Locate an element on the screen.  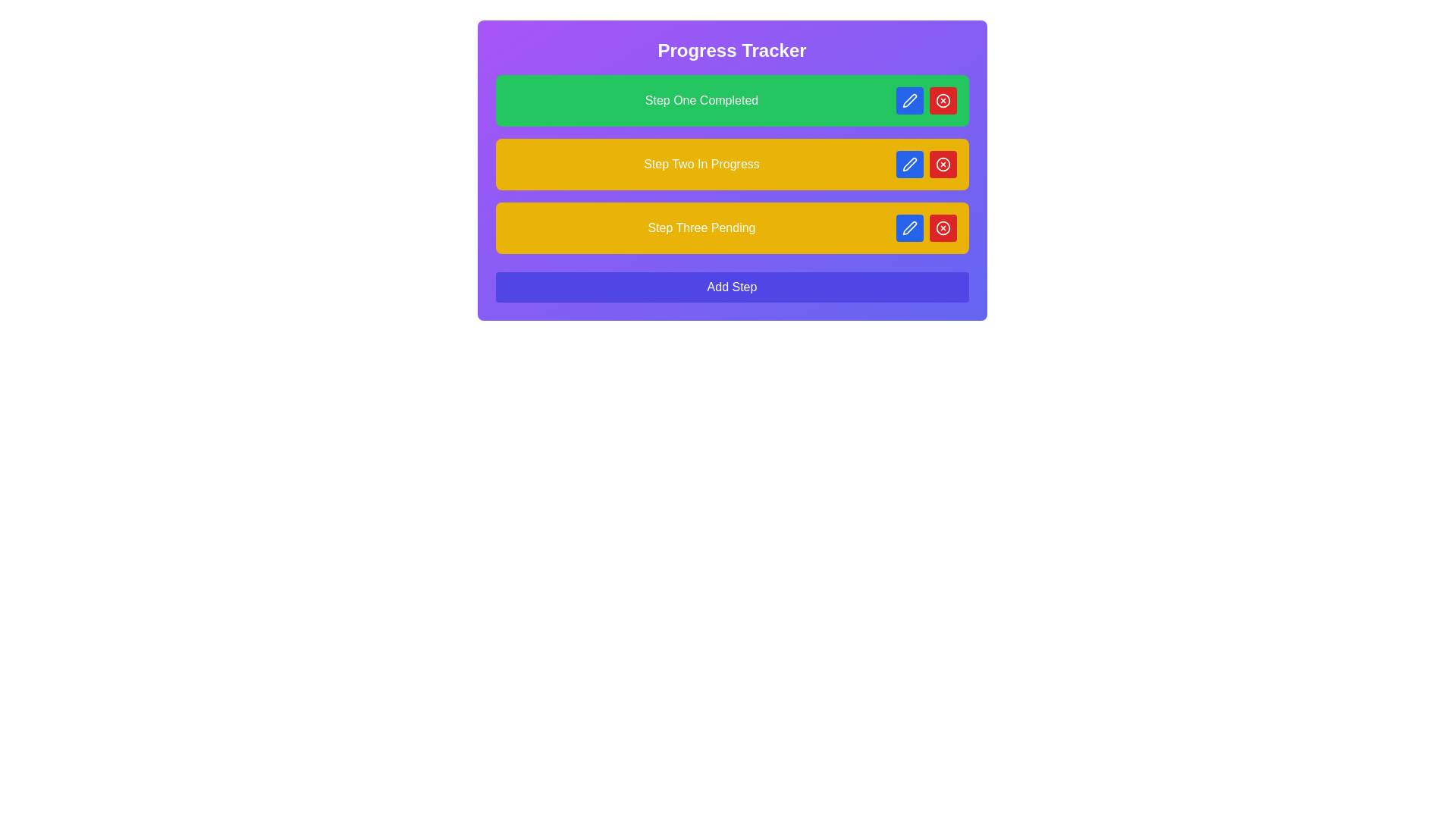
the button located at the bottom of the progress tracker interface, which allows the user to add a new step is located at coordinates (732, 287).